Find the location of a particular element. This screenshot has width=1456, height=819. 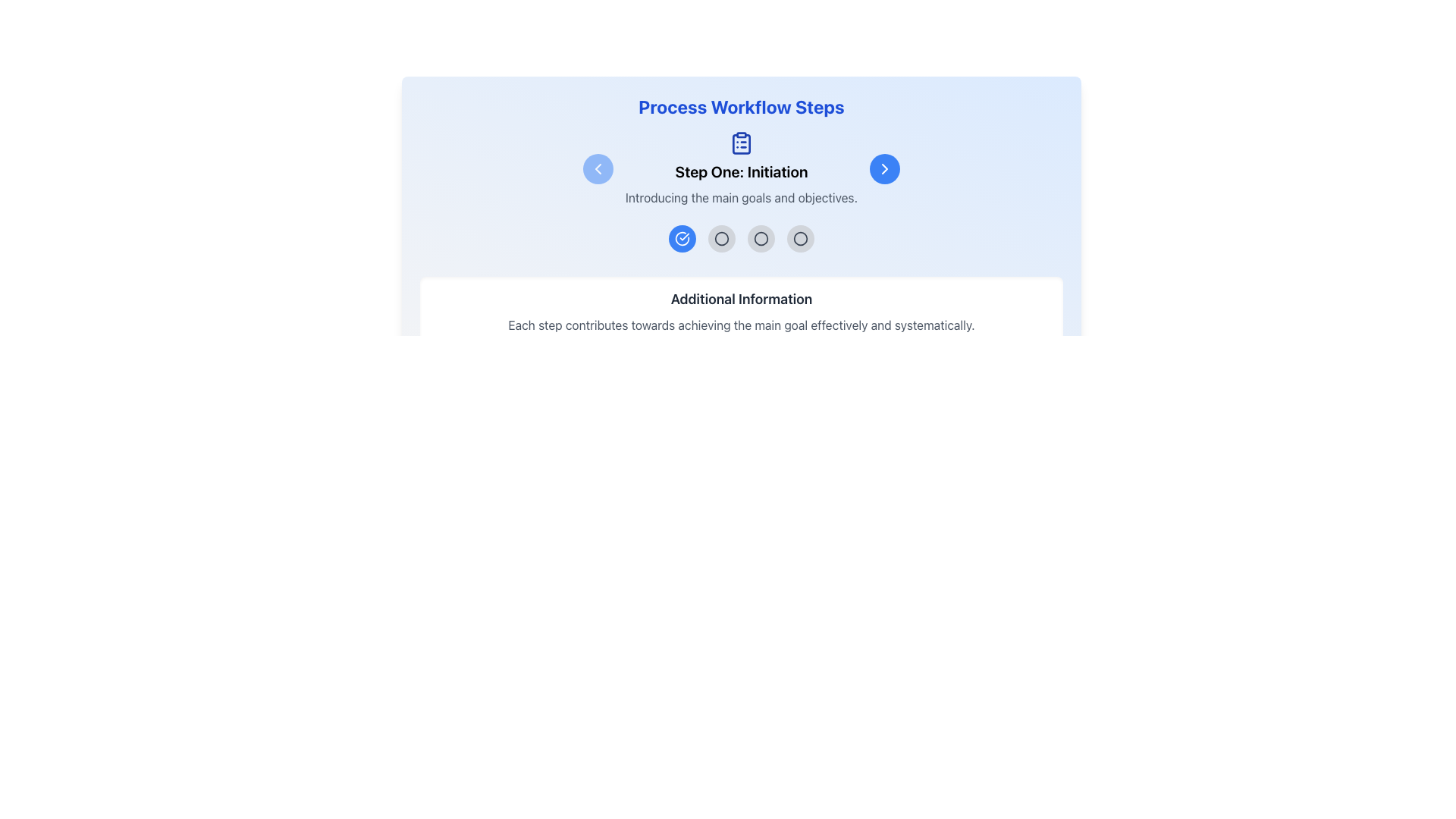

the vibrant blue circular button with a white checkmark icon, which is the first button under the heading 'Step One: Initiation', to observe the scaling effect is located at coordinates (682, 239).